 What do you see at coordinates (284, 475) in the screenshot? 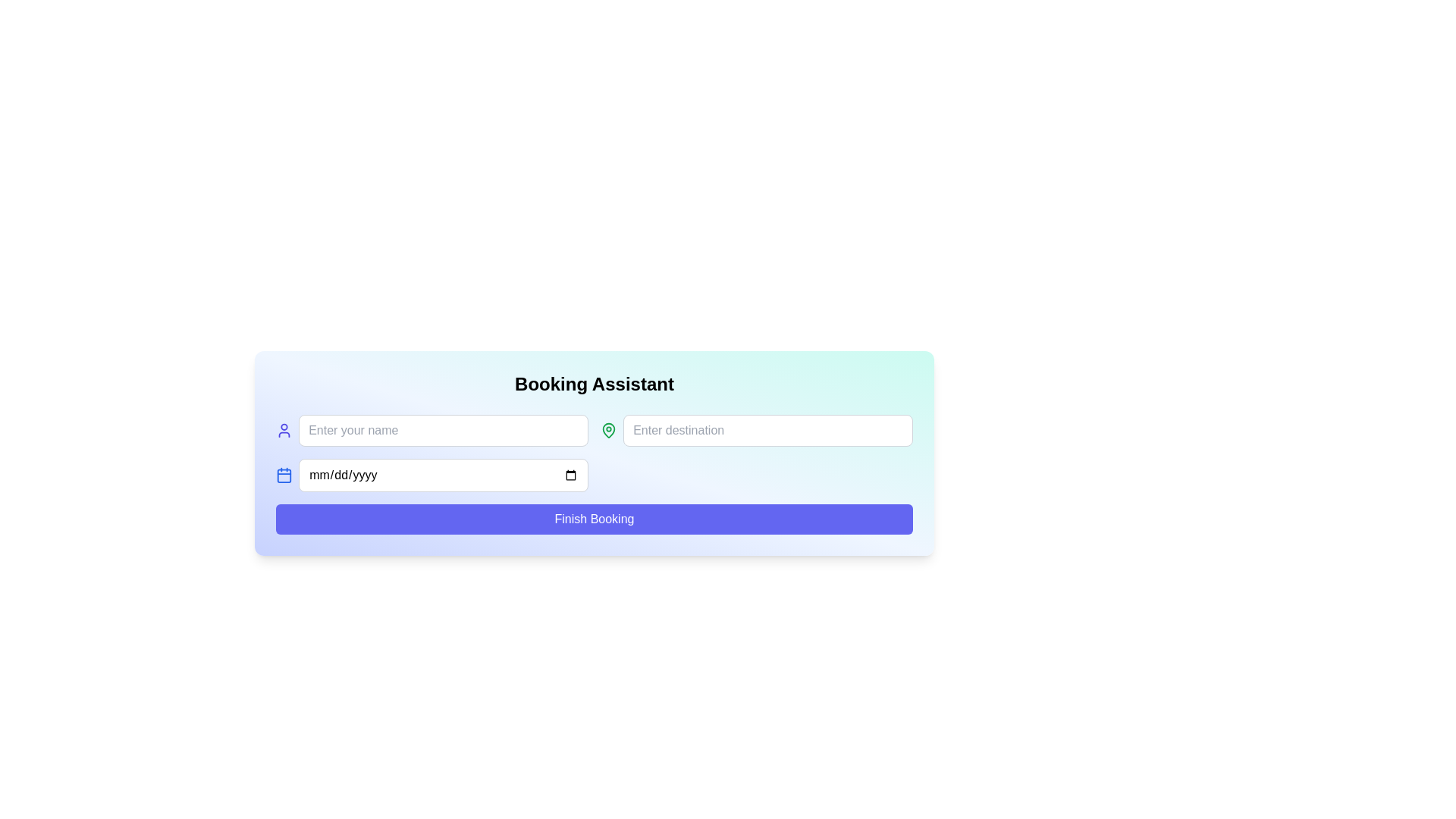
I see `the informative icon positioned to the left of the 'mm/dd/yyyy' date input field, which serves as a visual aid for the field's purpose` at bounding box center [284, 475].